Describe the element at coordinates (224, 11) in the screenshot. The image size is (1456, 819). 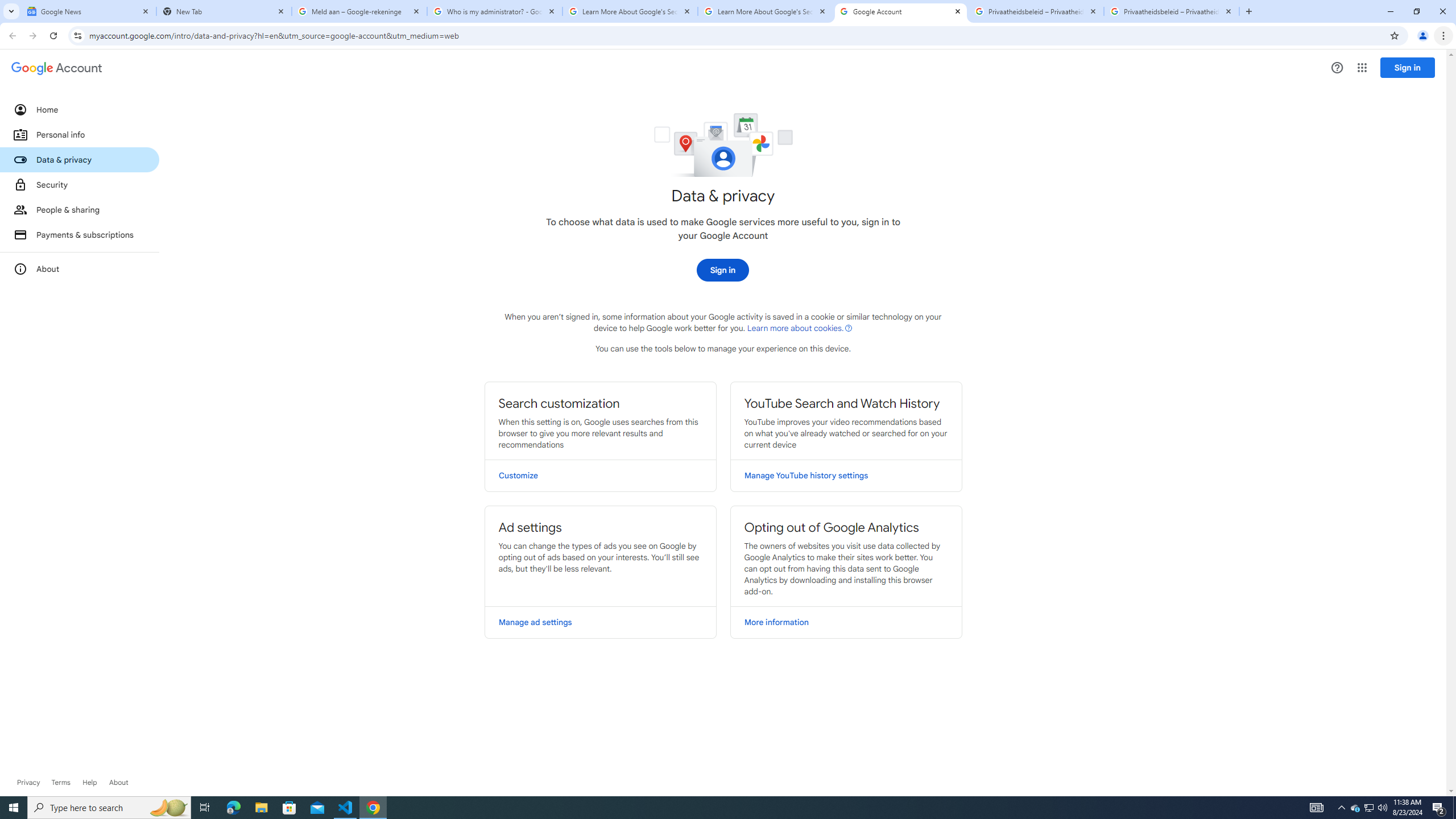
I see `'New Tab'` at that location.